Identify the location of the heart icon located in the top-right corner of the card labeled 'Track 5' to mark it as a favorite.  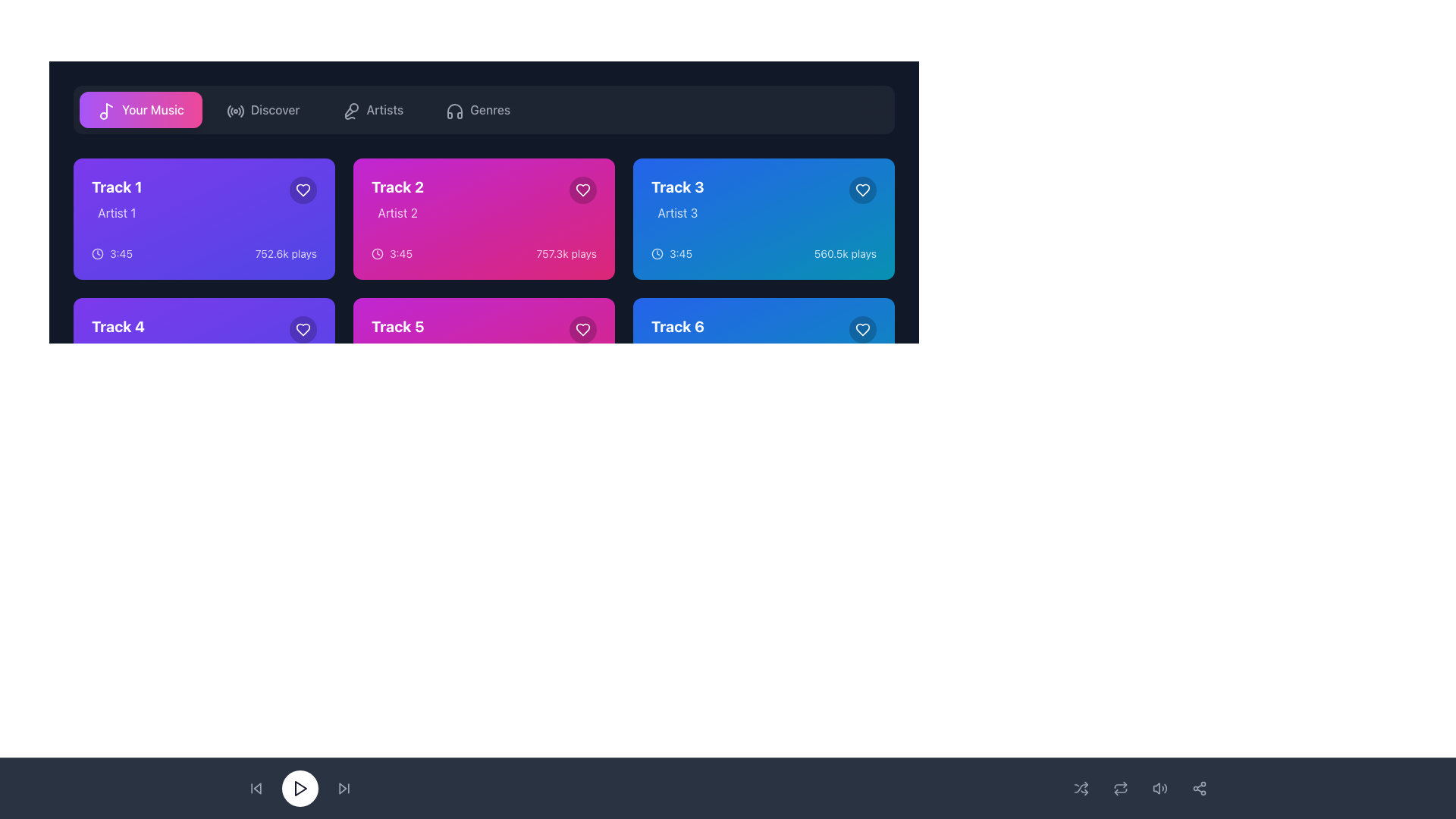
(582, 329).